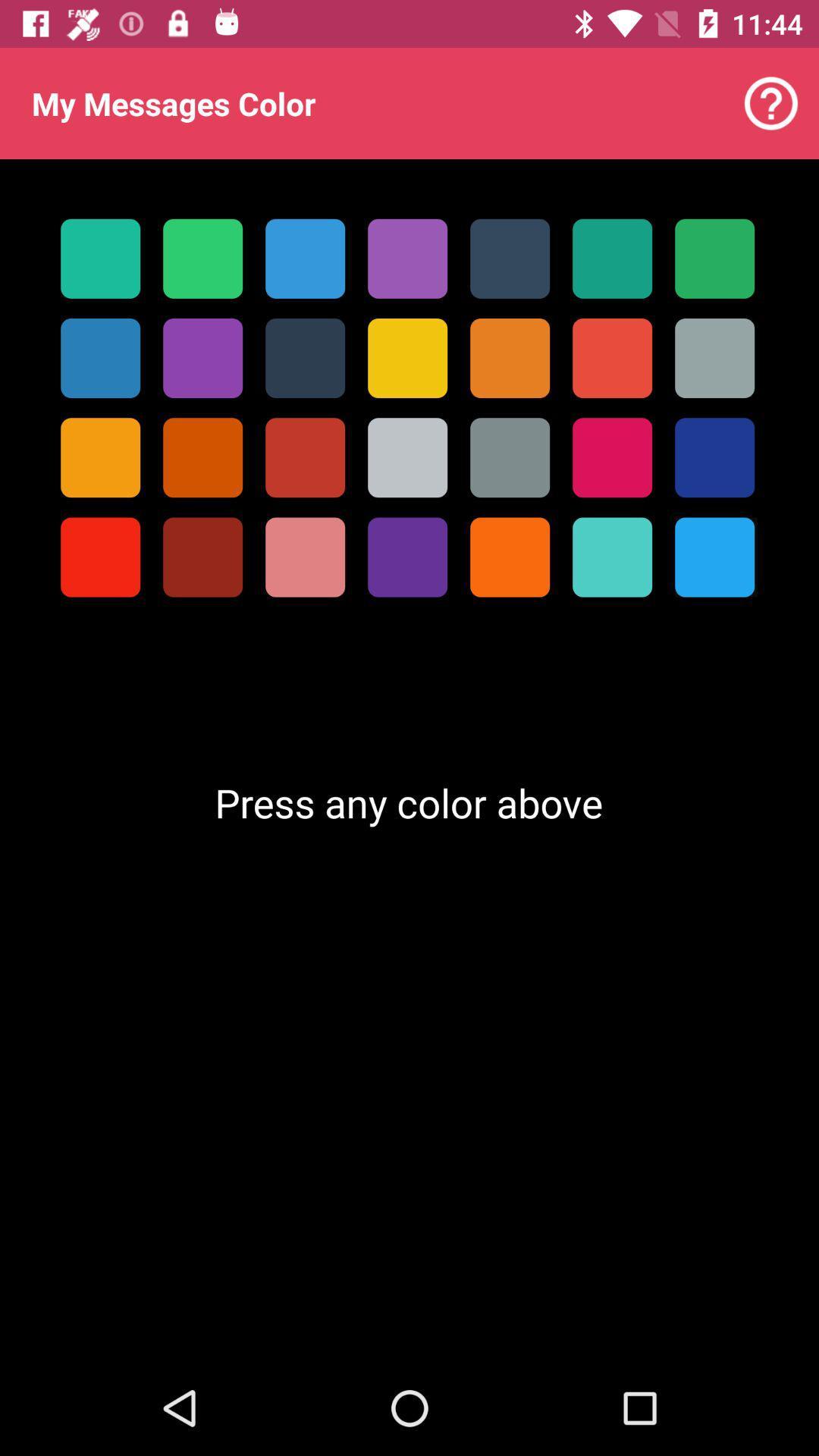 The height and width of the screenshot is (1456, 819). Describe the element at coordinates (305, 557) in the screenshot. I see `the third square box in last row` at that location.